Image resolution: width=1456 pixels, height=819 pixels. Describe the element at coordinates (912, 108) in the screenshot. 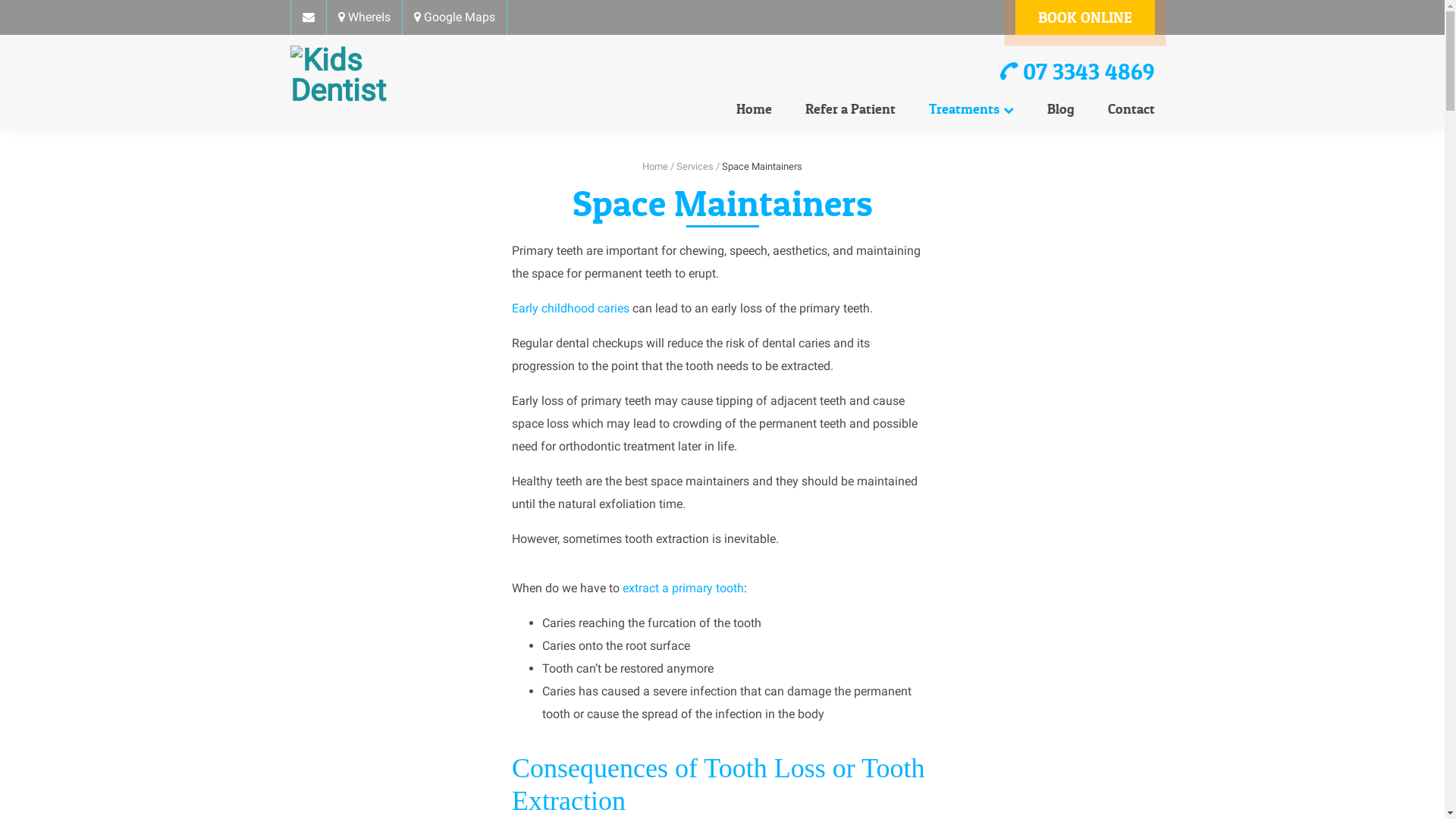

I see `'Treatments'` at that location.